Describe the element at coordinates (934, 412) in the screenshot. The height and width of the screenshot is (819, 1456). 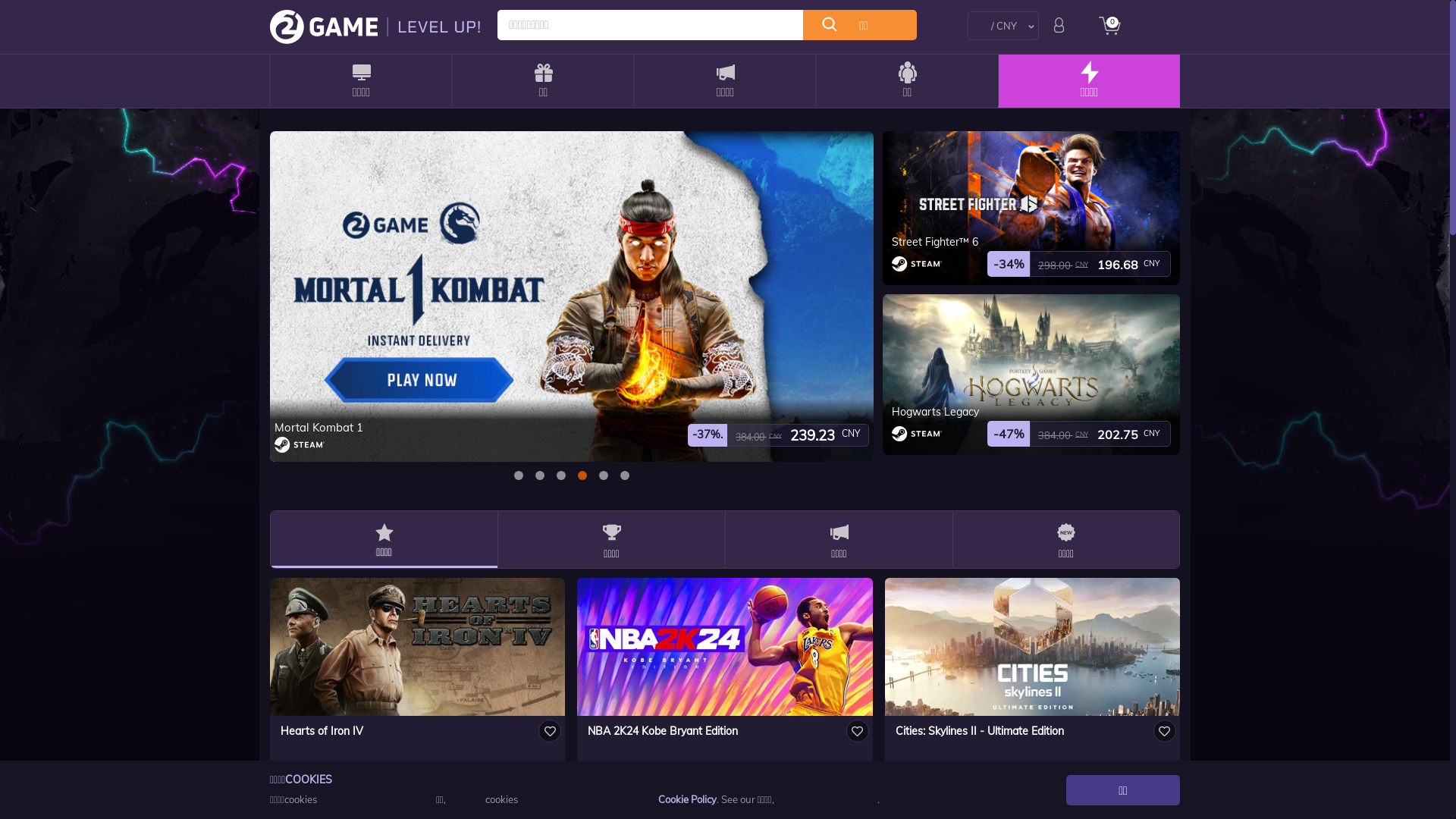
I see `'Hogwarts Legacy'` at that location.